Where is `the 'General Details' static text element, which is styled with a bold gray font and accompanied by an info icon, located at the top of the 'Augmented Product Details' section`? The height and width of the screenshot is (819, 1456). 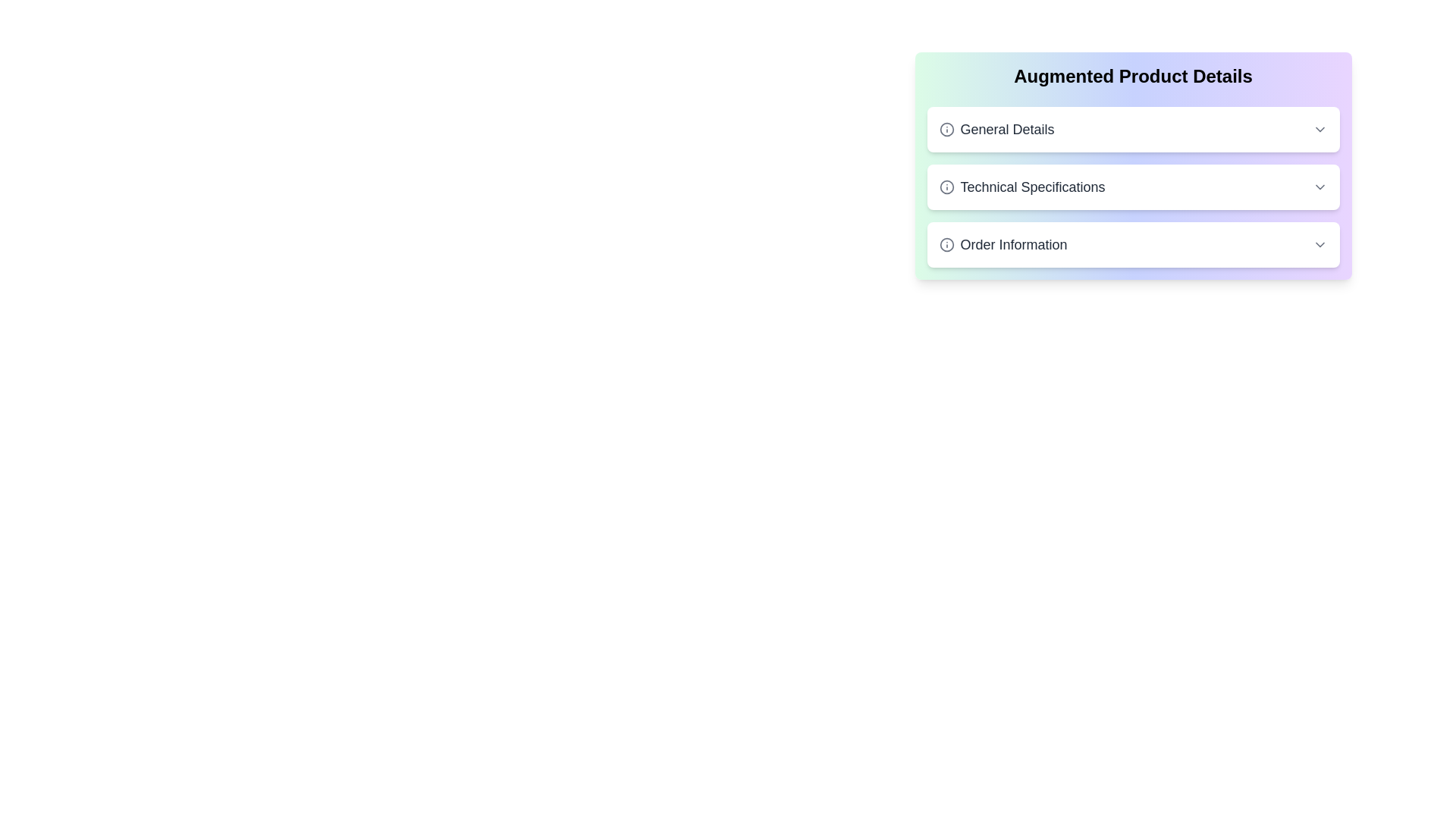 the 'General Details' static text element, which is styled with a bold gray font and accompanied by an info icon, located at the top of the 'Augmented Product Details' section is located at coordinates (996, 128).